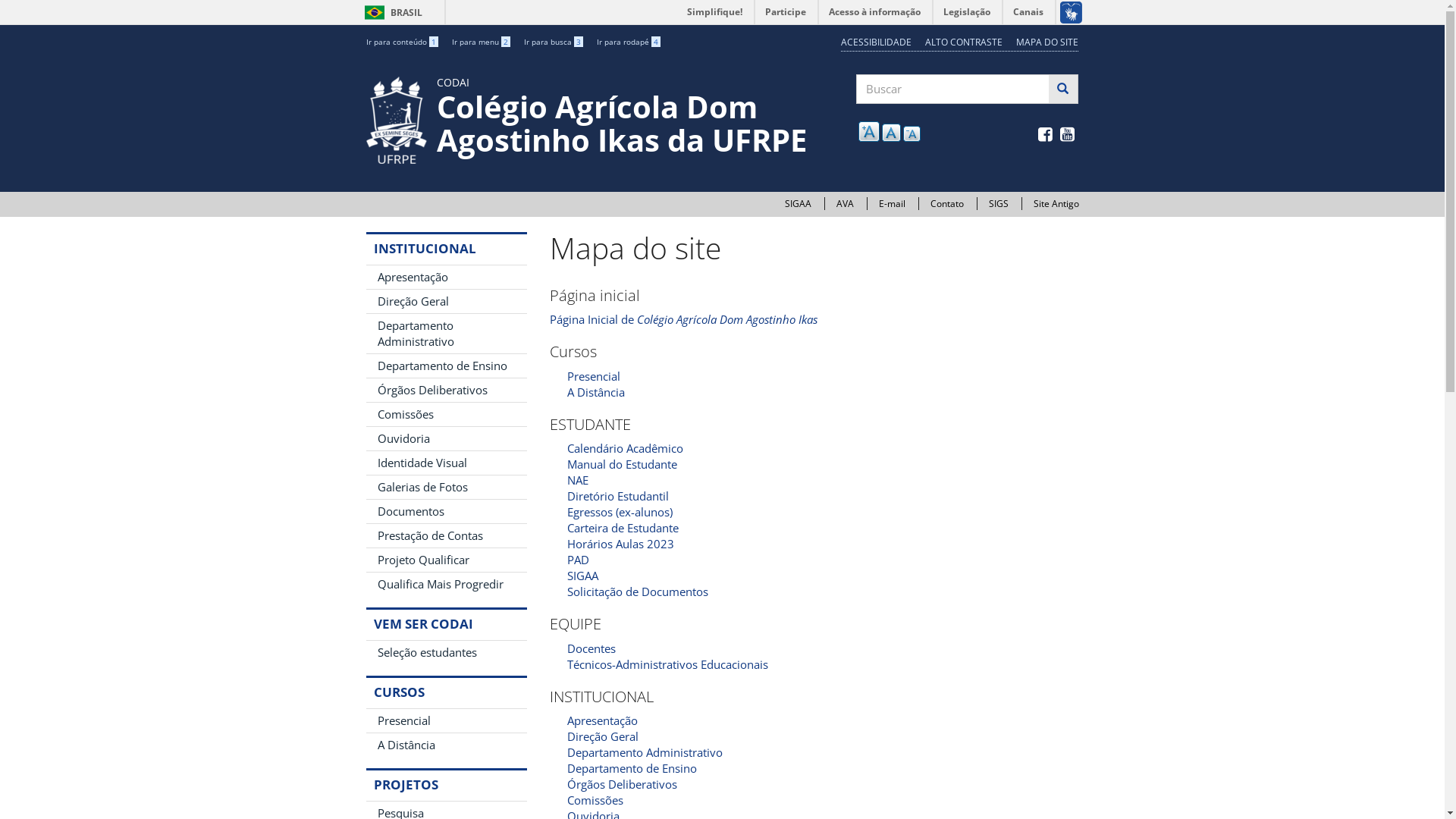 The image size is (1456, 819). Describe the element at coordinates (592, 375) in the screenshot. I see `'Presencial'` at that location.